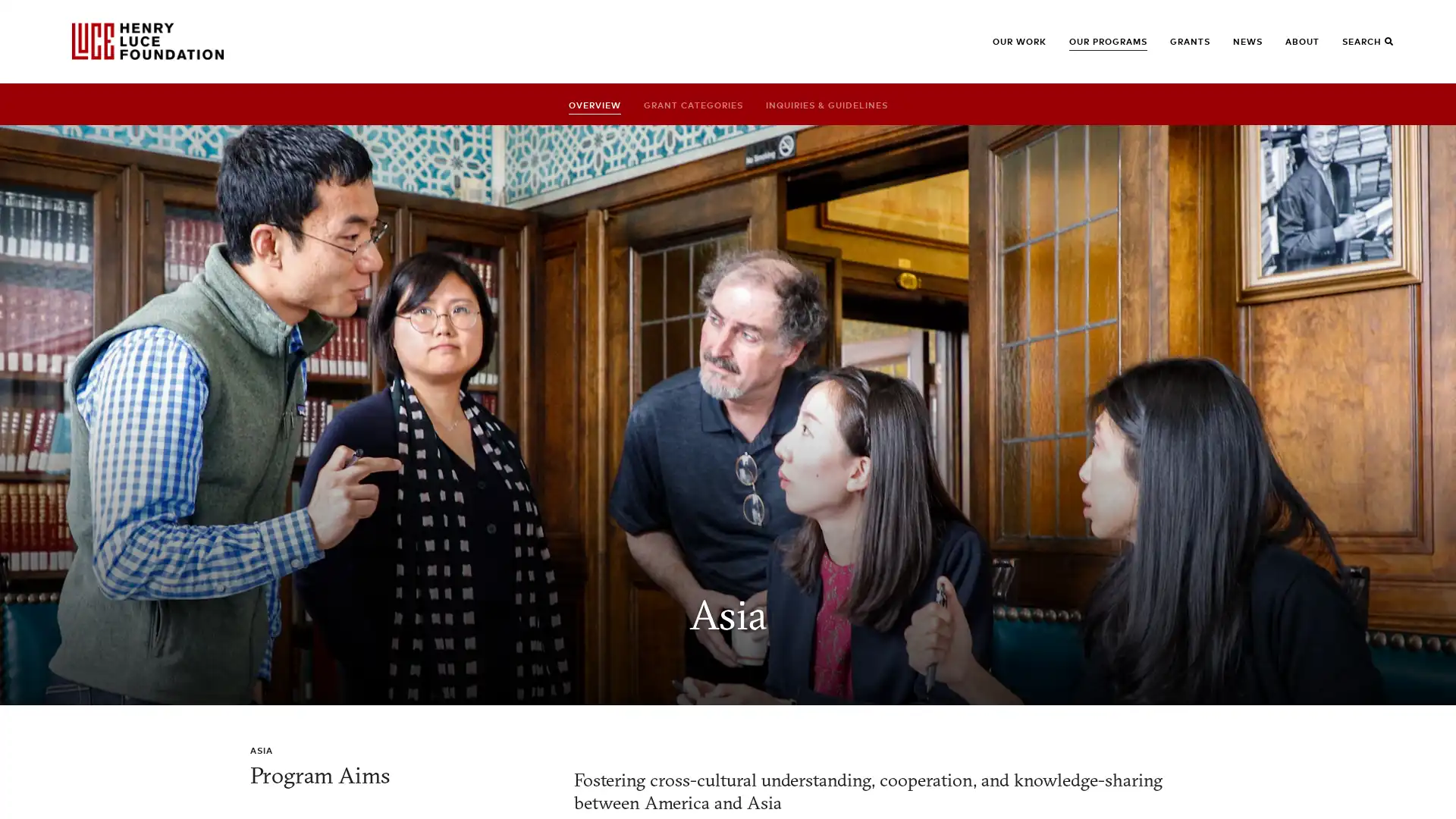 This screenshot has width=1456, height=819. What do you see at coordinates (1093, 48) in the screenshot?
I see `SHOW SUBMENU FOR OUR PROGRAMS` at bounding box center [1093, 48].